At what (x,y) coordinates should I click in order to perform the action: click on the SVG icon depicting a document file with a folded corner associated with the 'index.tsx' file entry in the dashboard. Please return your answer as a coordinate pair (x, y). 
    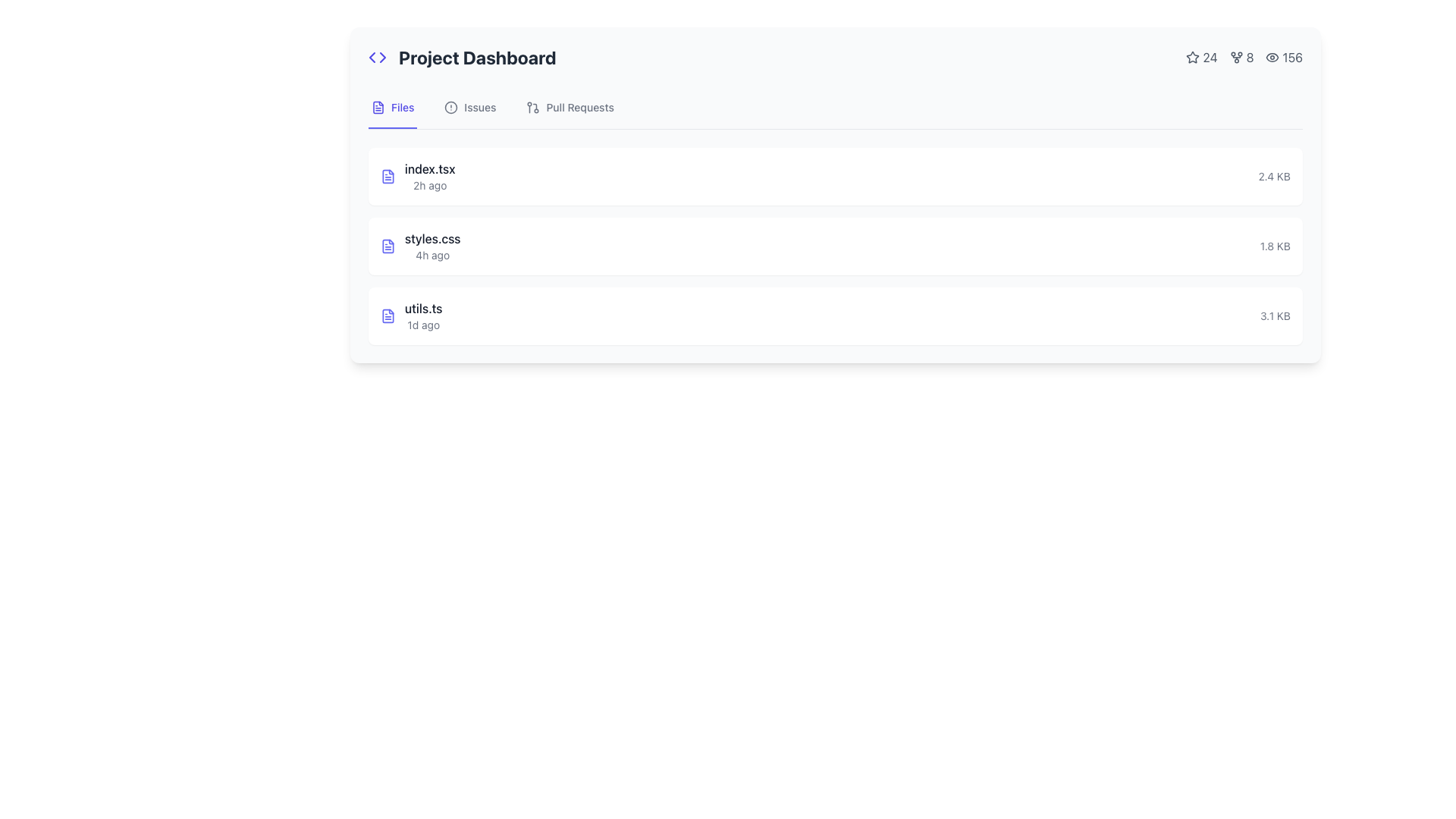
    Looking at the image, I should click on (388, 175).